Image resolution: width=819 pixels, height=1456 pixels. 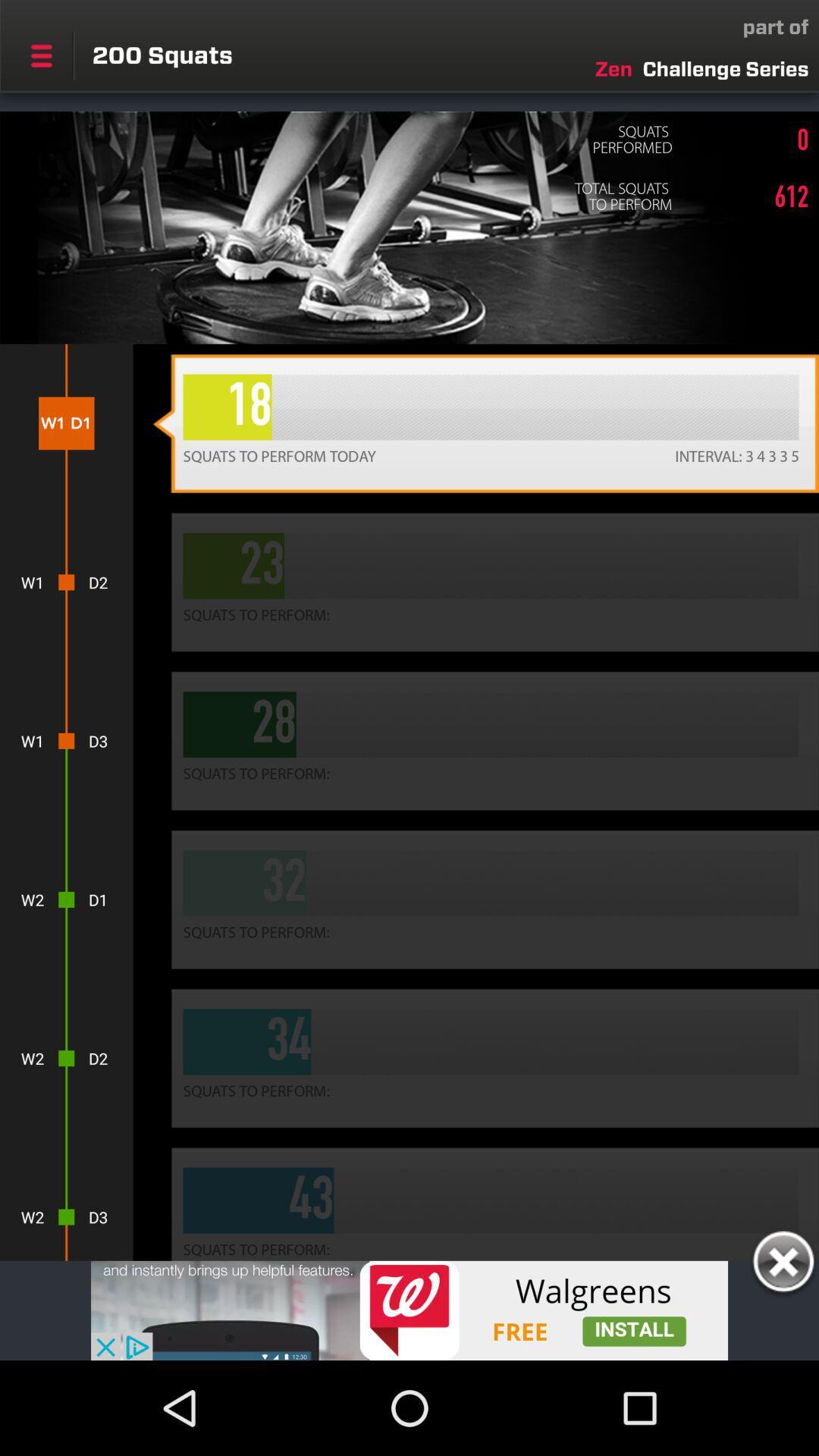 I want to click on the menu icon, so click(x=40, y=55).